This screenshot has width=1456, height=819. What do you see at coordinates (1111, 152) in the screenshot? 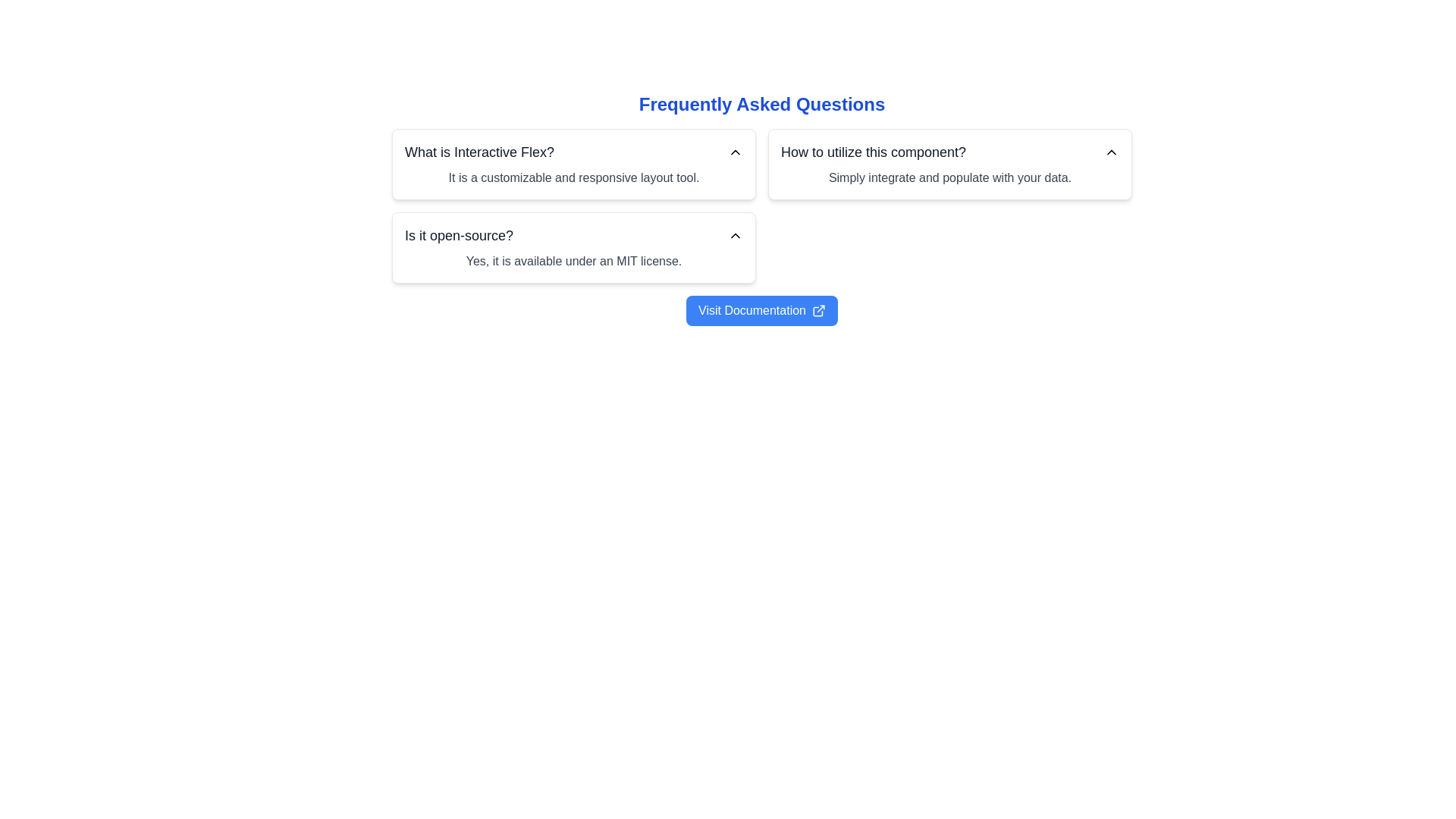
I see `the small upward-pointing chevron button located to the far right of the panel containing the question 'How to utilize this component?'` at bounding box center [1111, 152].